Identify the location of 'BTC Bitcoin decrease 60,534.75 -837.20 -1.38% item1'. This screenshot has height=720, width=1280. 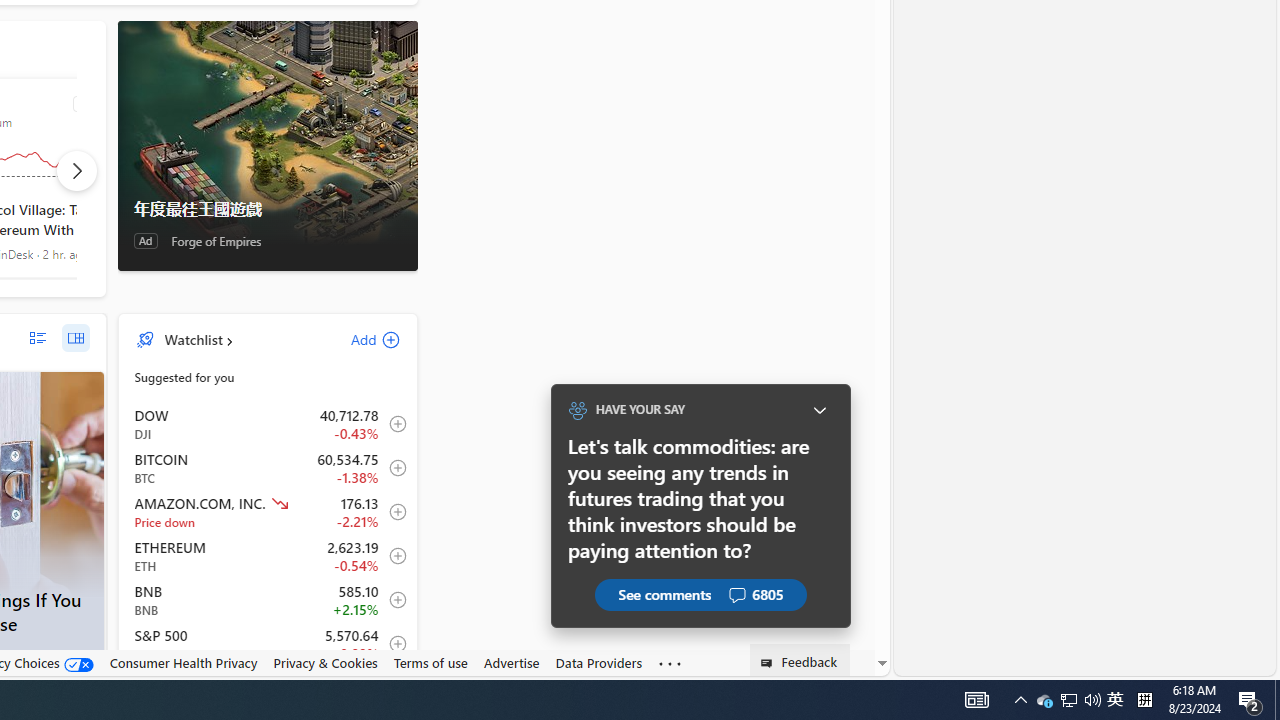
(267, 468).